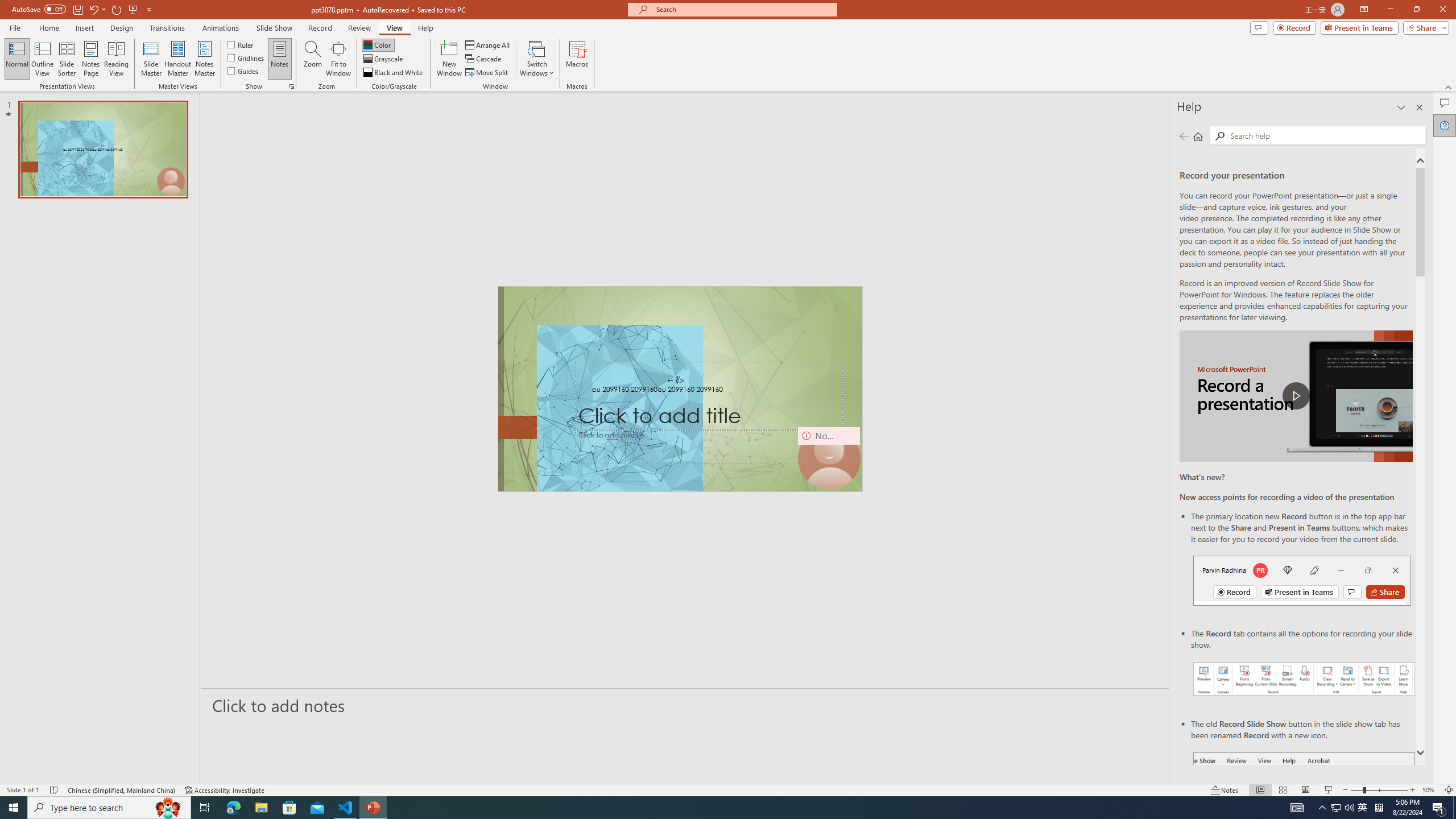 This screenshot has width=1456, height=819. Describe the element at coordinates (1296, 396) in the screenshot. I see `'play Record a Presentation'` at that location.